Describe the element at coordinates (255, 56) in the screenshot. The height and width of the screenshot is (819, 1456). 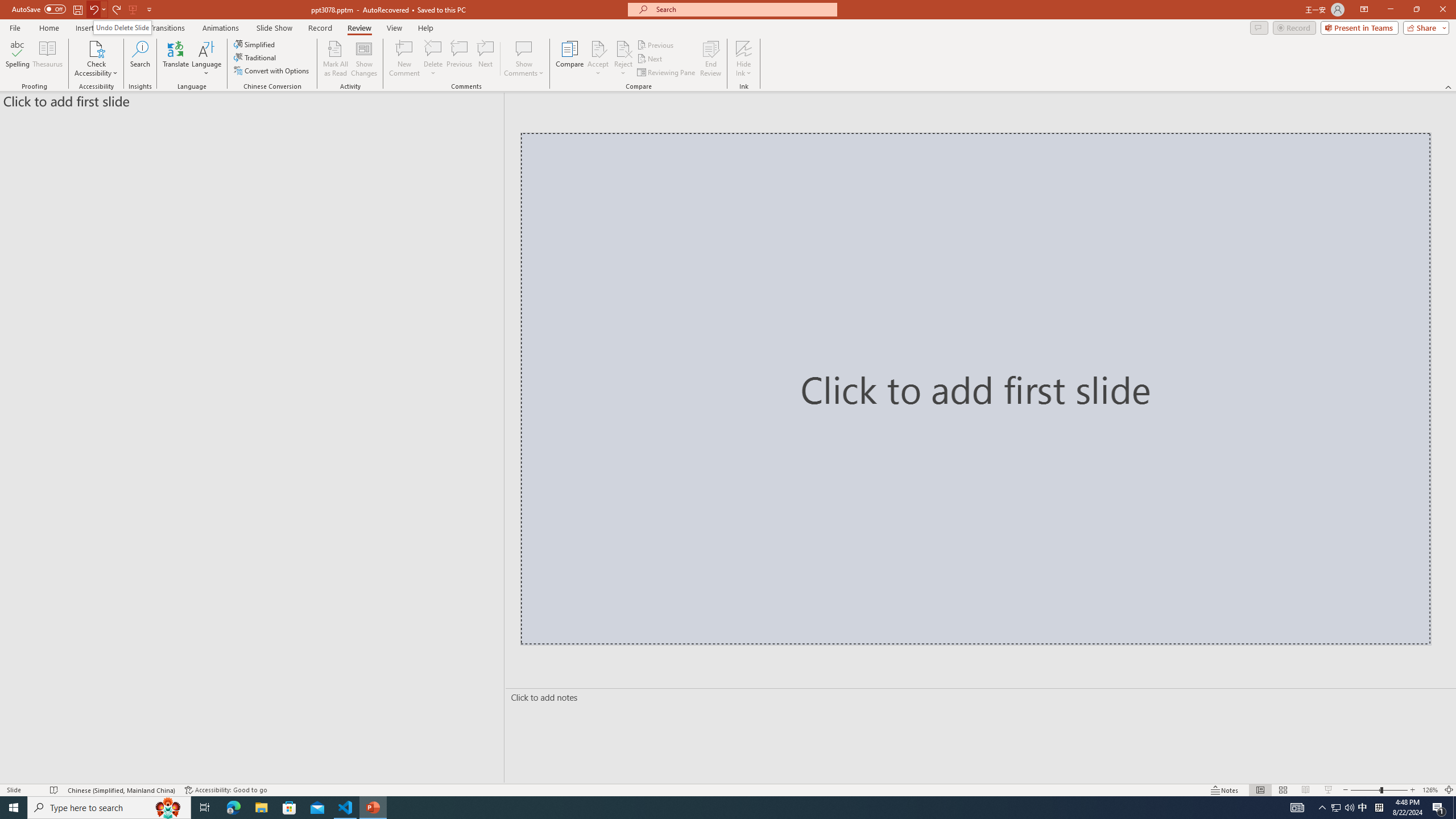
I see `'Traditional'` at that location.